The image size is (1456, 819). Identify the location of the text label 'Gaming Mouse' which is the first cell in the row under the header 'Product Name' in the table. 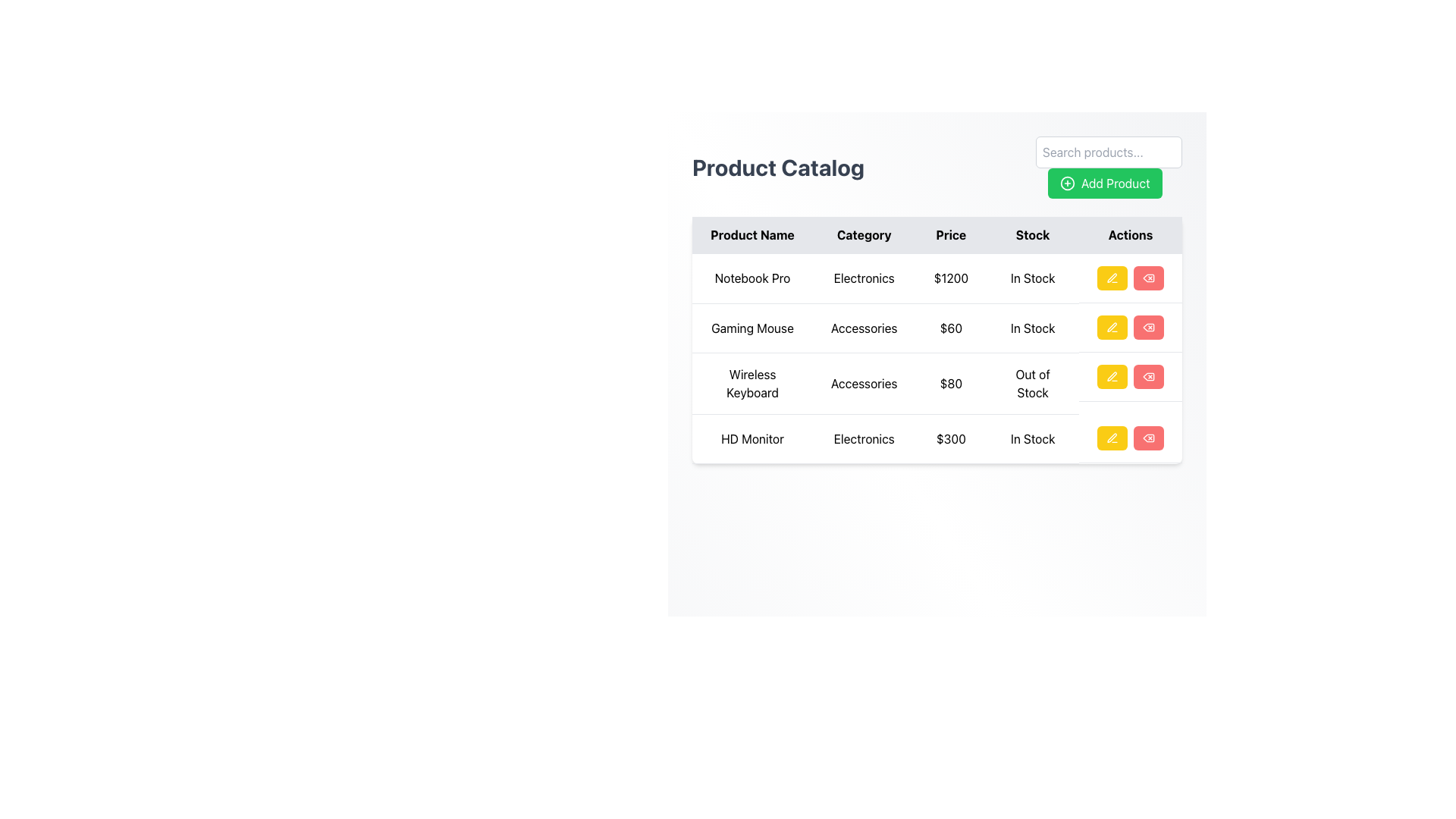
(752, 327).